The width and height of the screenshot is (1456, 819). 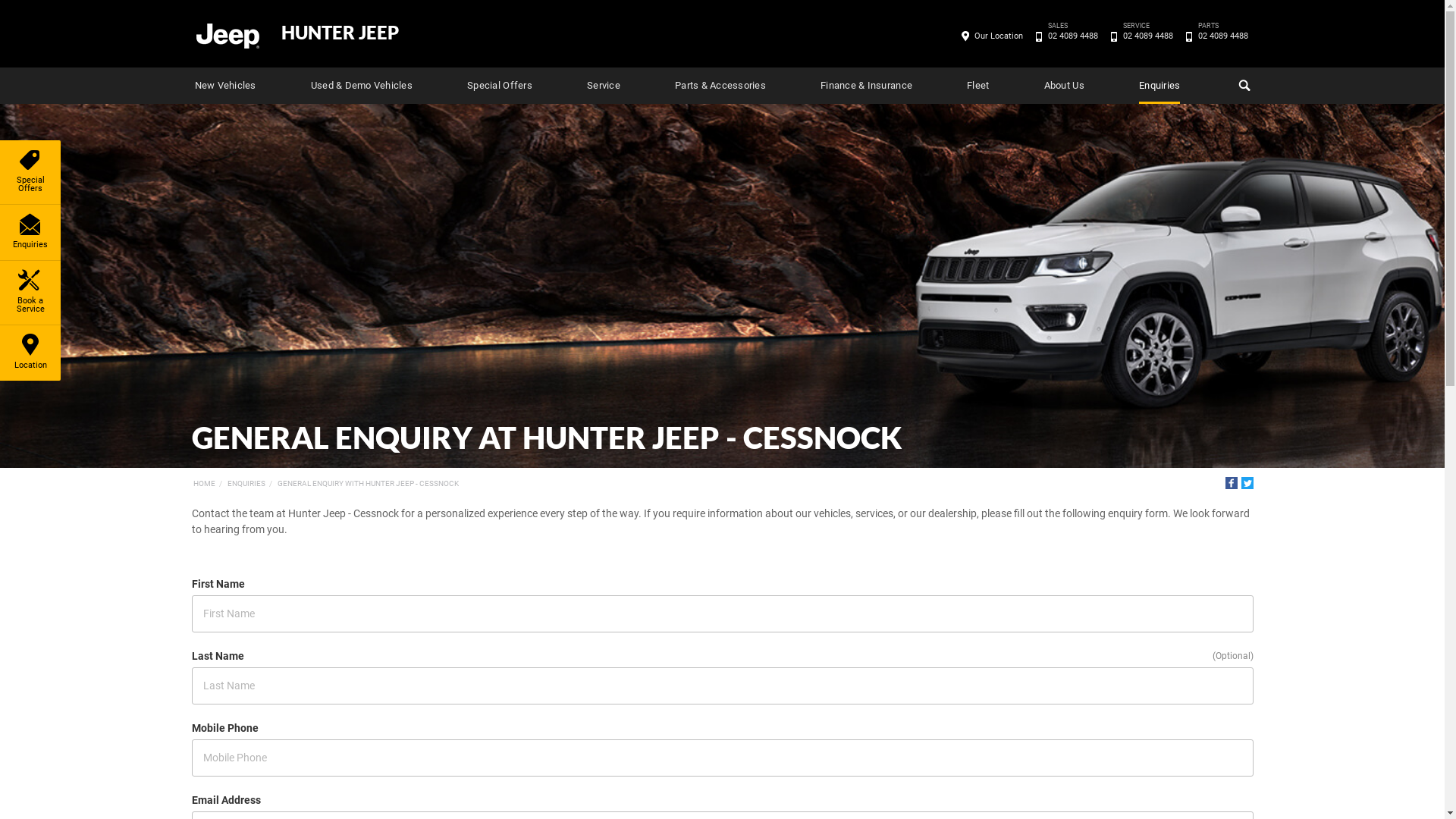 I want to click on 'PARTS, so click(x=1222, y=35).